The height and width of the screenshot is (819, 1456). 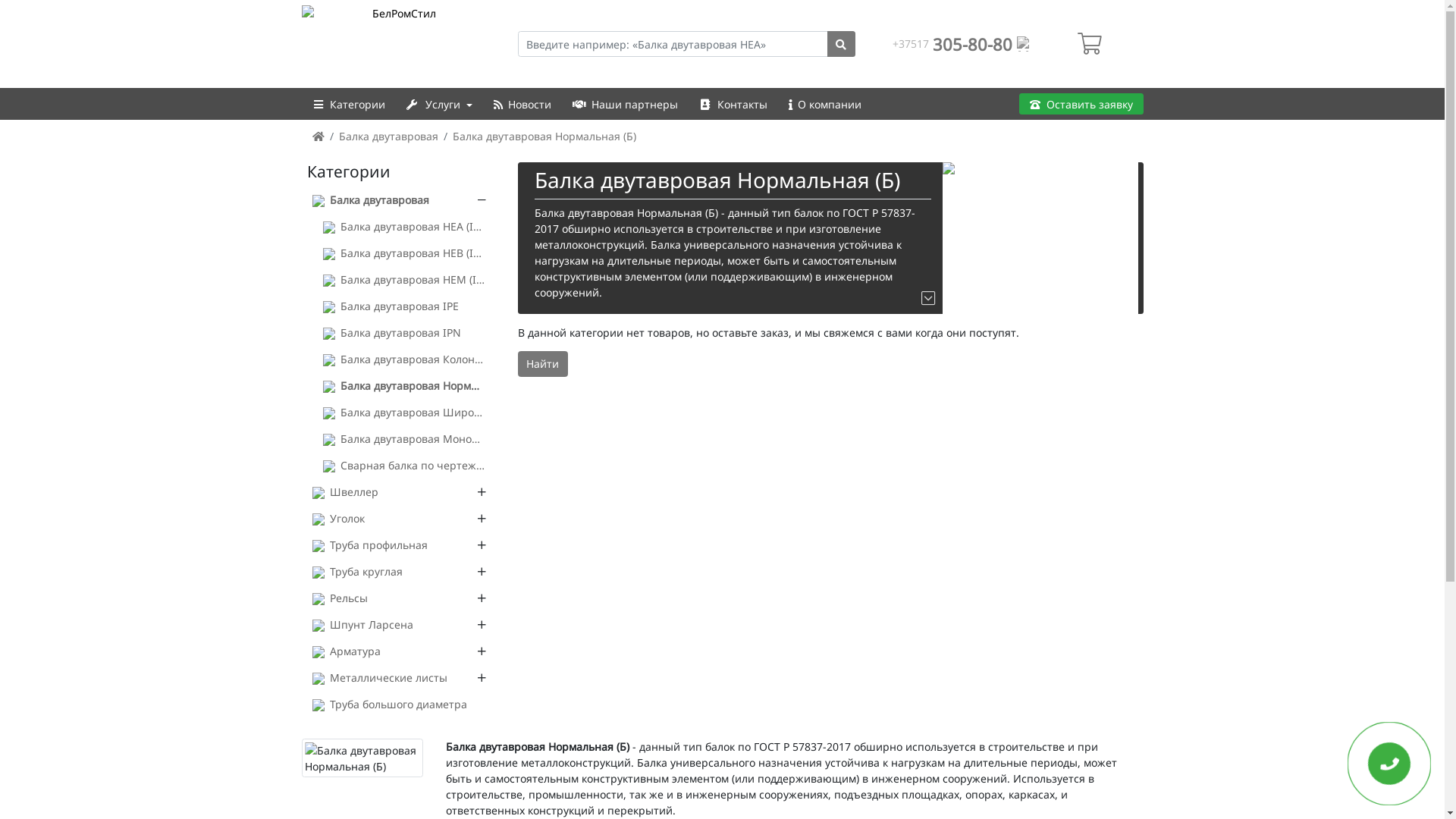 What do you see at coordinates (960, 42) in the screenshot?
I see `'+37517` at bounding box center [960, 42].